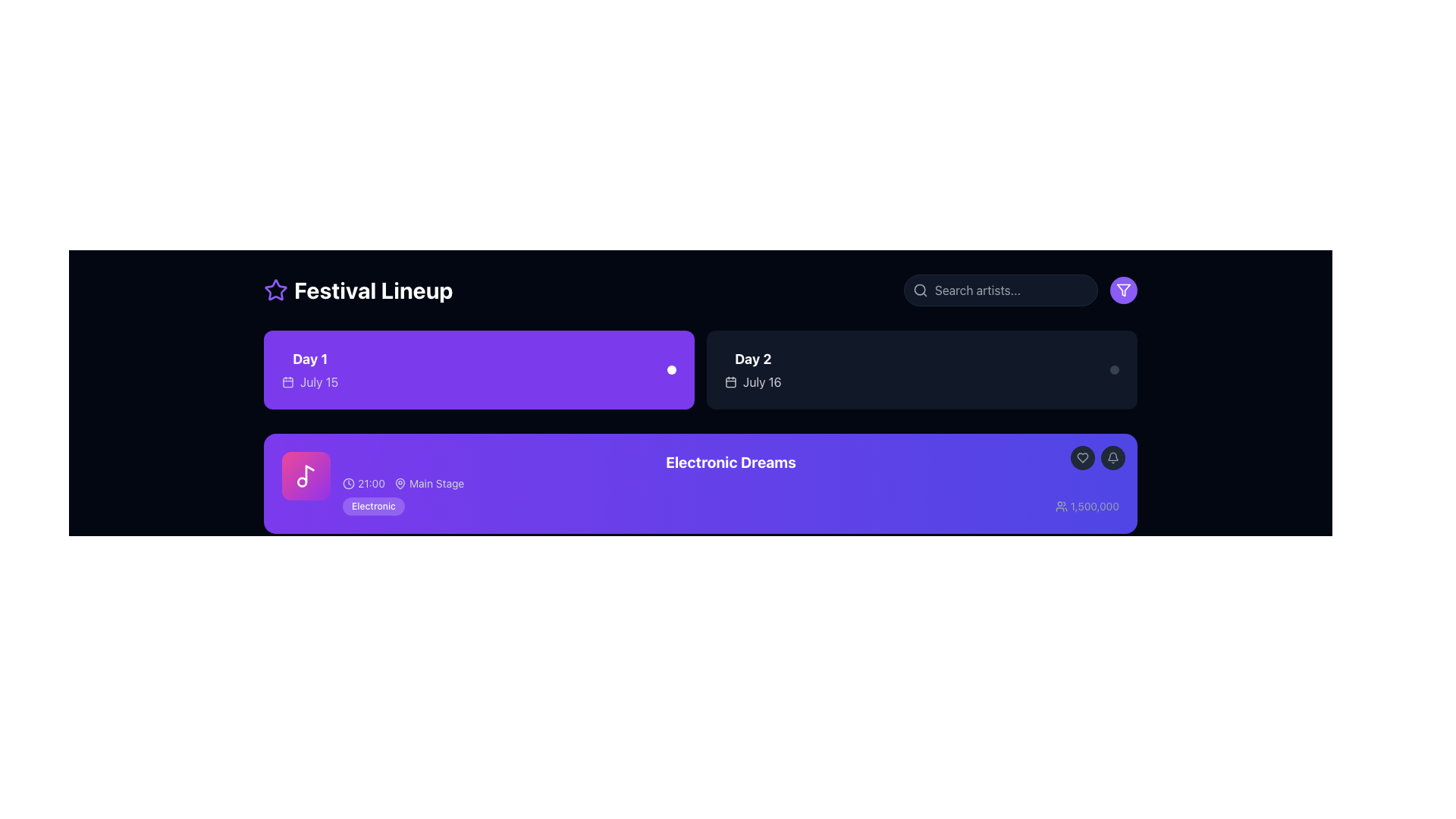 This screenshot has height=819, width=1456. What do you see at coordinates (1082, 457) in the screenshot?
I see `the circular button with a dark background and a light gray heart icon at its center, located at the top-right corner of the card labeled 'Electronic Dreams'` at bounding box center [1082, 457].